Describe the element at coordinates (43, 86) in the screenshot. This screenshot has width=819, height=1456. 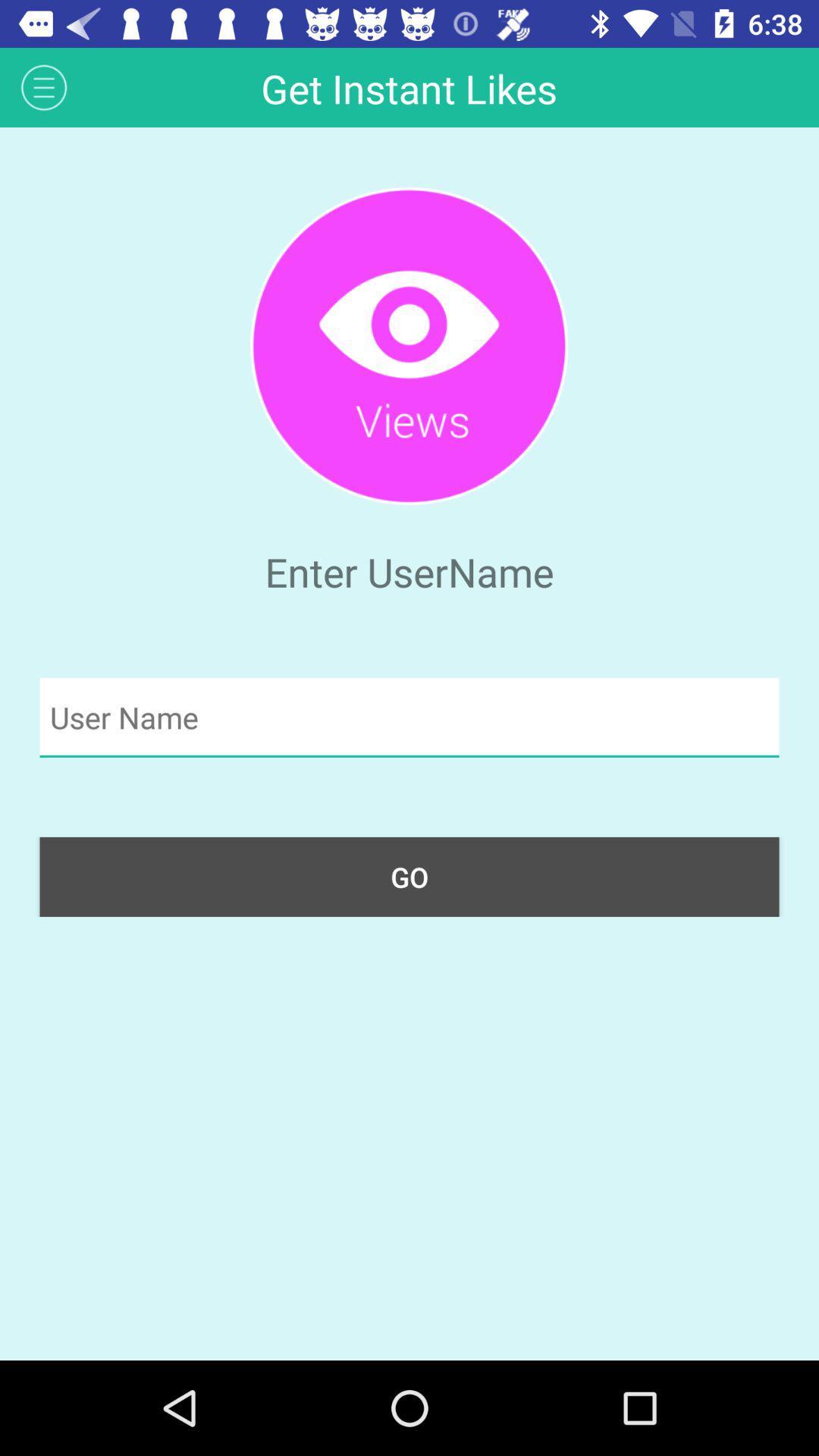
I see `icon to the left of get instant likes` at that location.